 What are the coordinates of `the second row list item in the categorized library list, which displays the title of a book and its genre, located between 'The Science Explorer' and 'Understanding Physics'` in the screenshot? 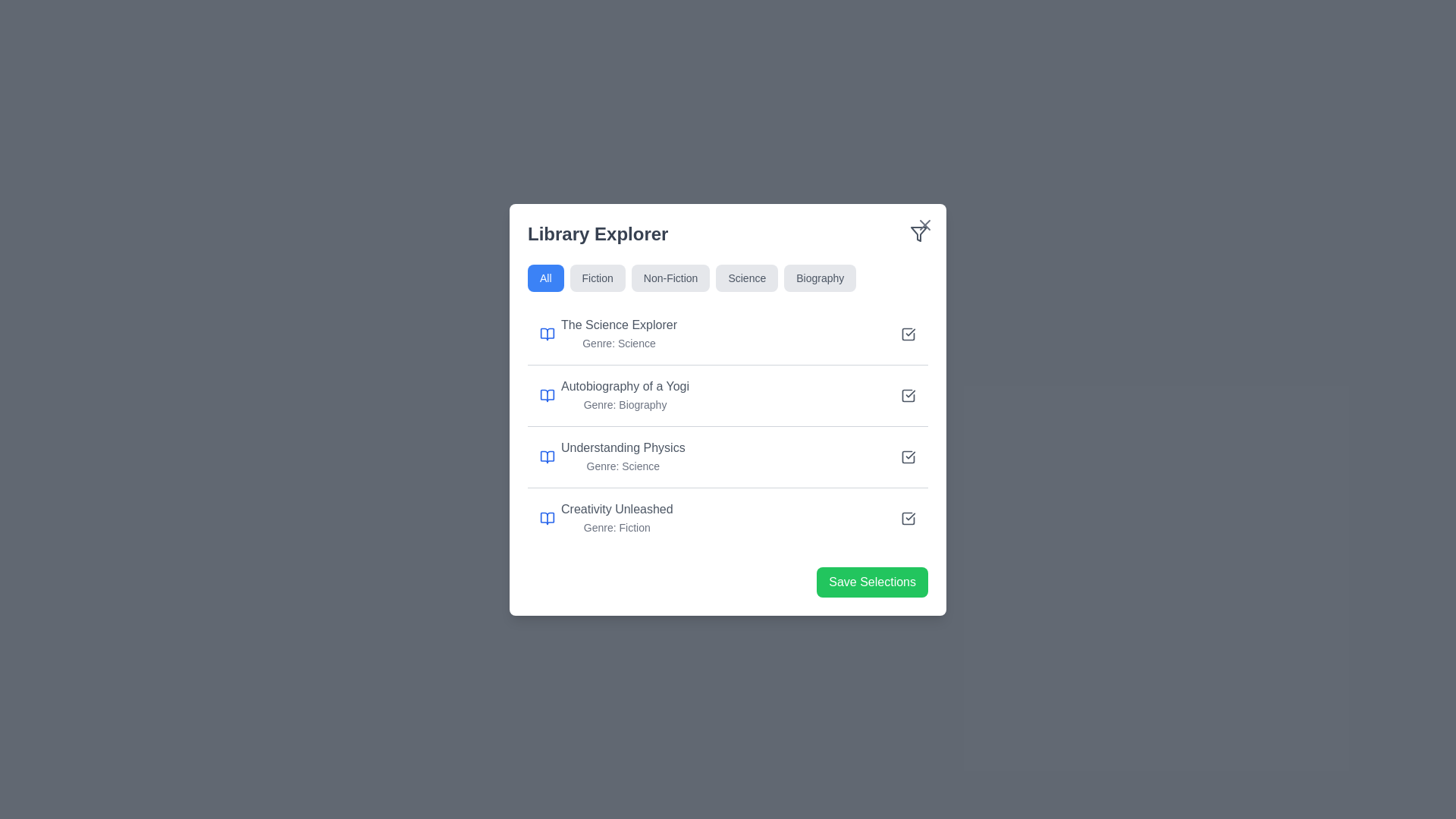 It's located at (728, 426).